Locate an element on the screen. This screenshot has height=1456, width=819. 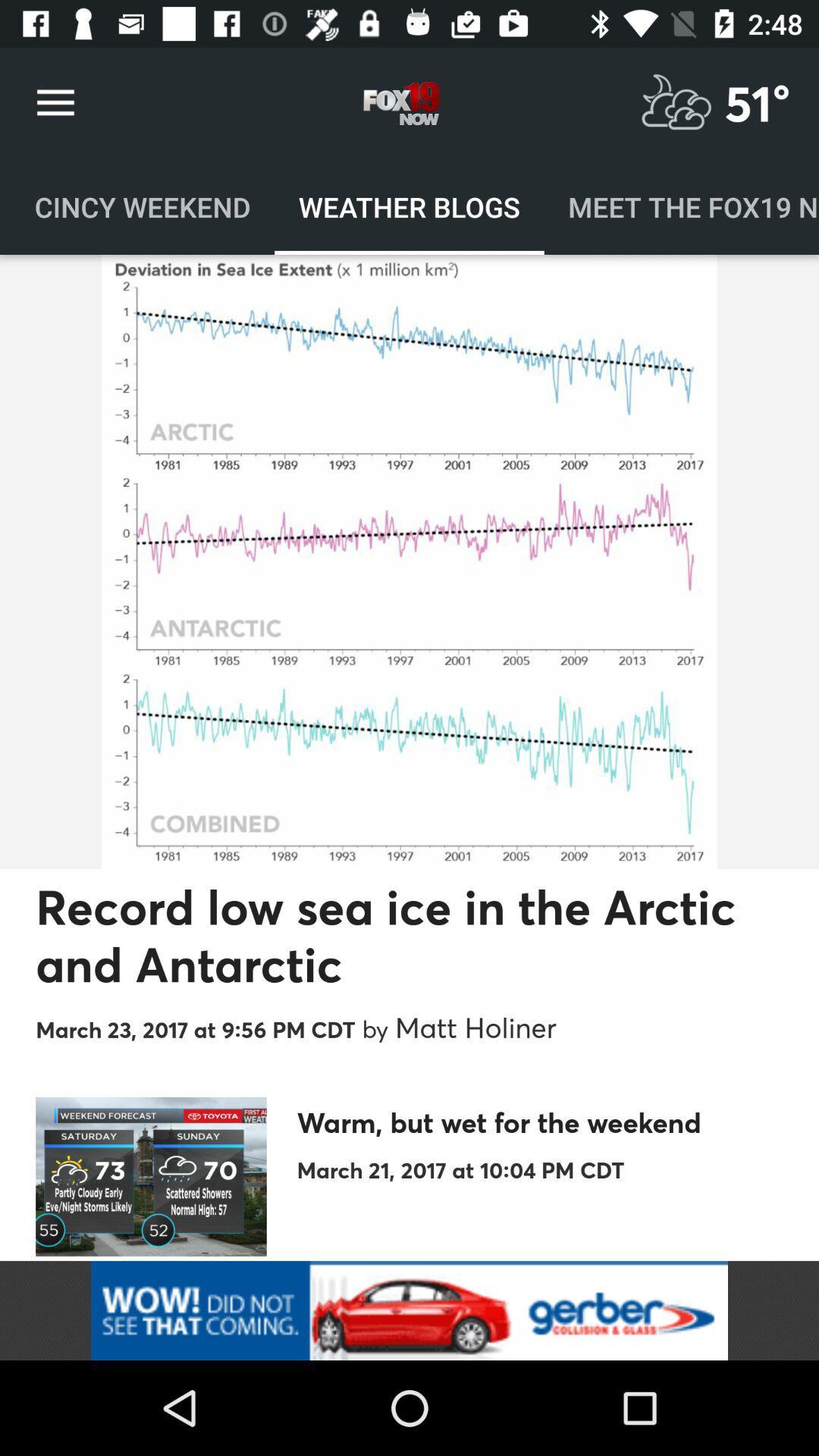
advertisement link is located at coordinates (409, 1310).